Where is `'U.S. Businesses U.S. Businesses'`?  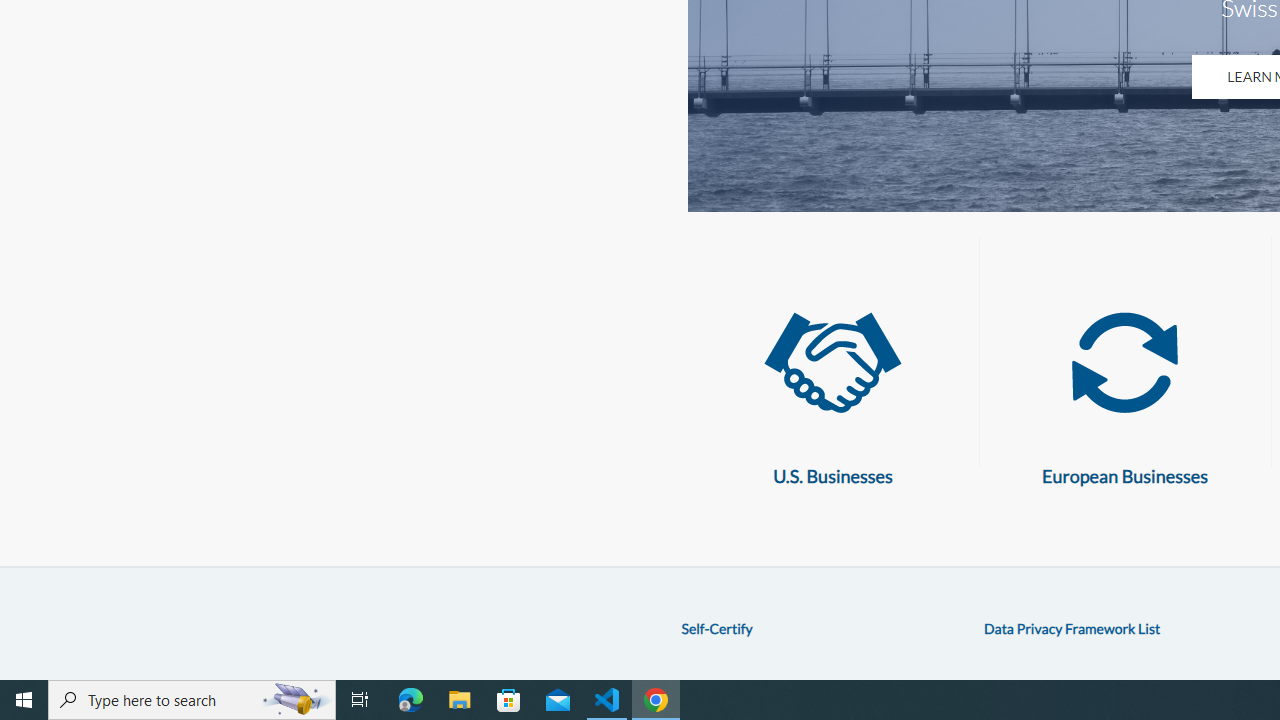
'U.S. Businesses U.S. Businesses' is located at coordinates (832, 389).